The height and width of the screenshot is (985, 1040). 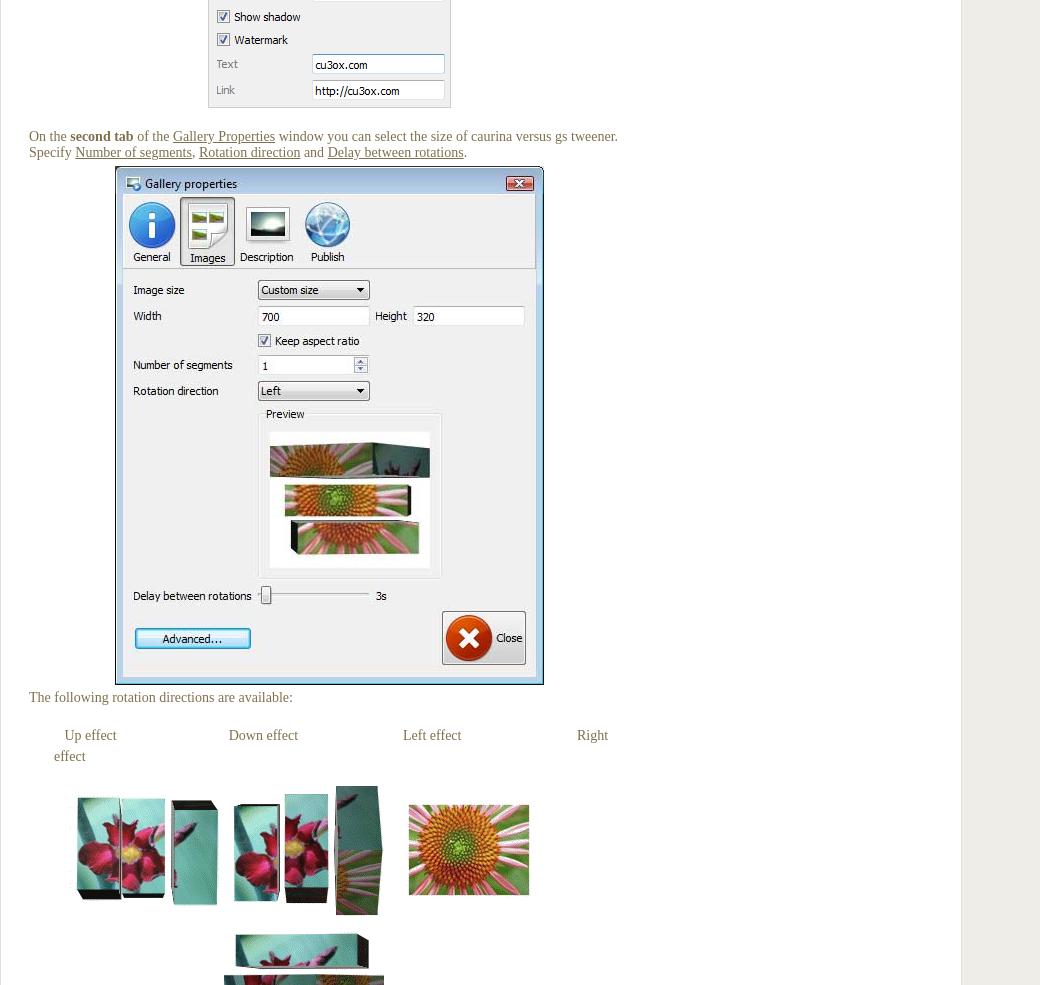 I want to click on 'On the', so click(x=48, y=136).